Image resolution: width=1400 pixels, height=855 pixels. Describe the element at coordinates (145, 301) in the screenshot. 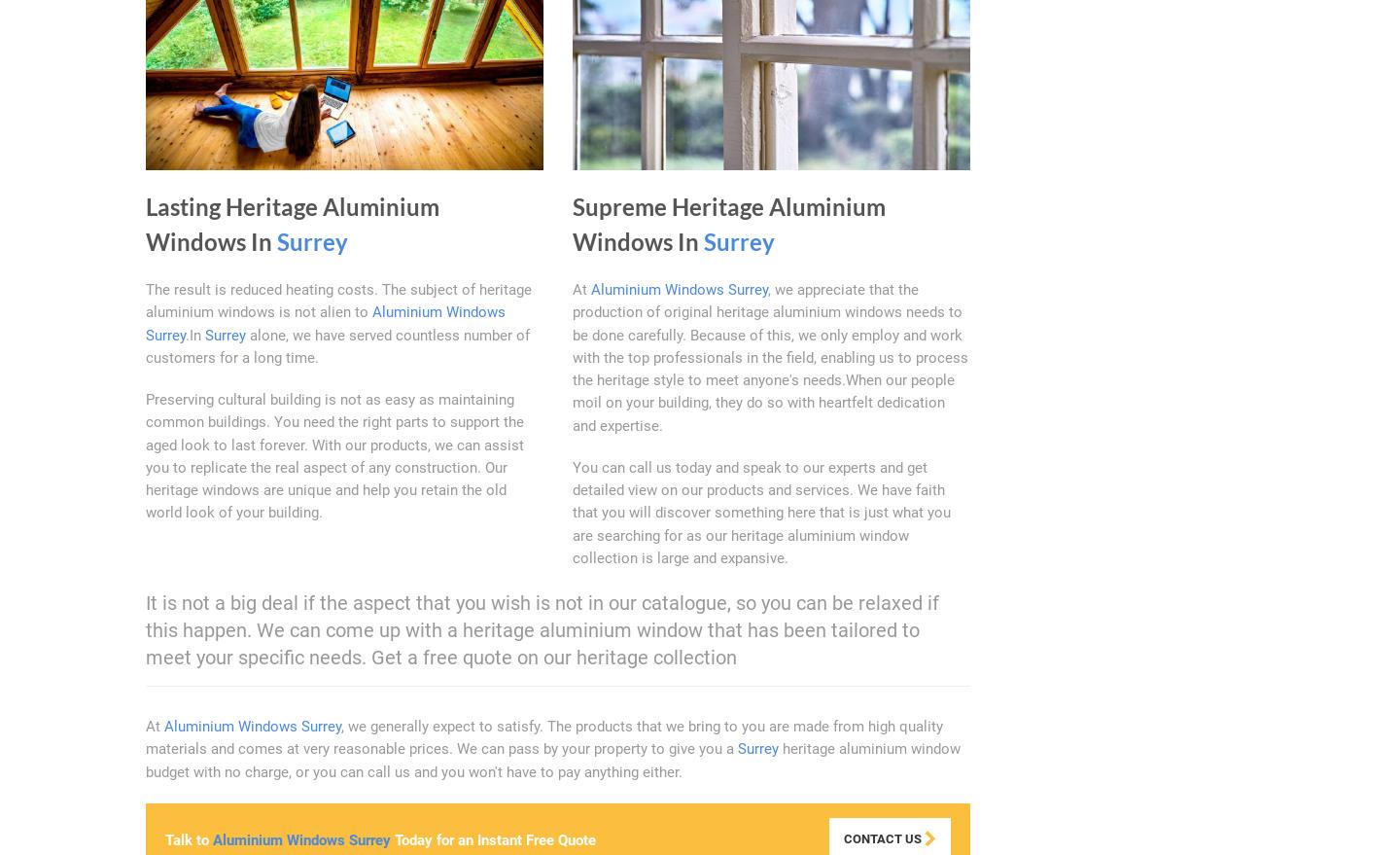

I see `'The result is reduced heating costs. The subject of heritage aluminium windows is not alien to'` at that location.